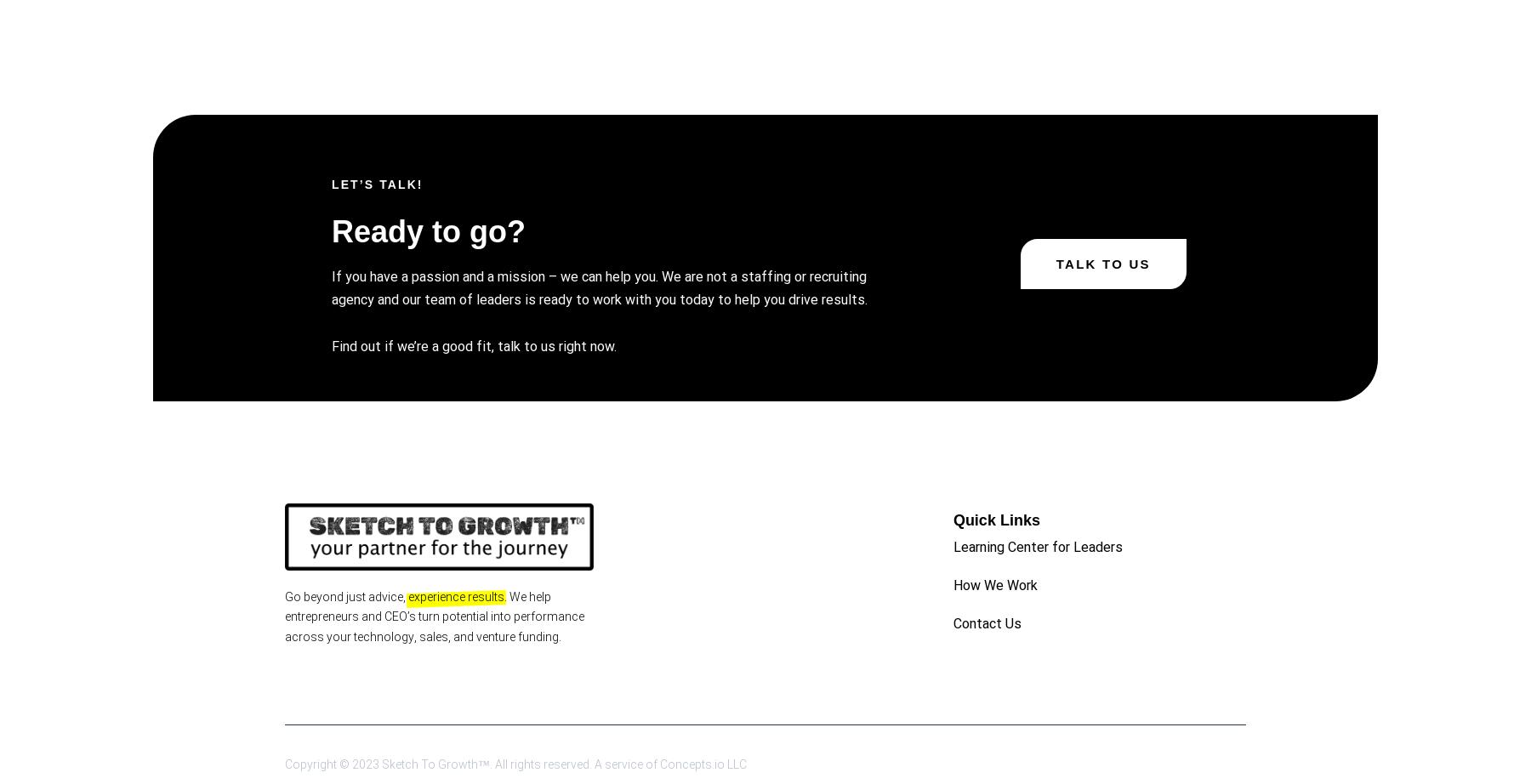 Image resolution: width=1531 pixels, height=784 pixels. I want to click on 'If you have a passion and a mission – we can help you. We are not a staffing or recruiting agency and our team of leaders is ready to work with you today to help you drive results.', so click(332, 287).